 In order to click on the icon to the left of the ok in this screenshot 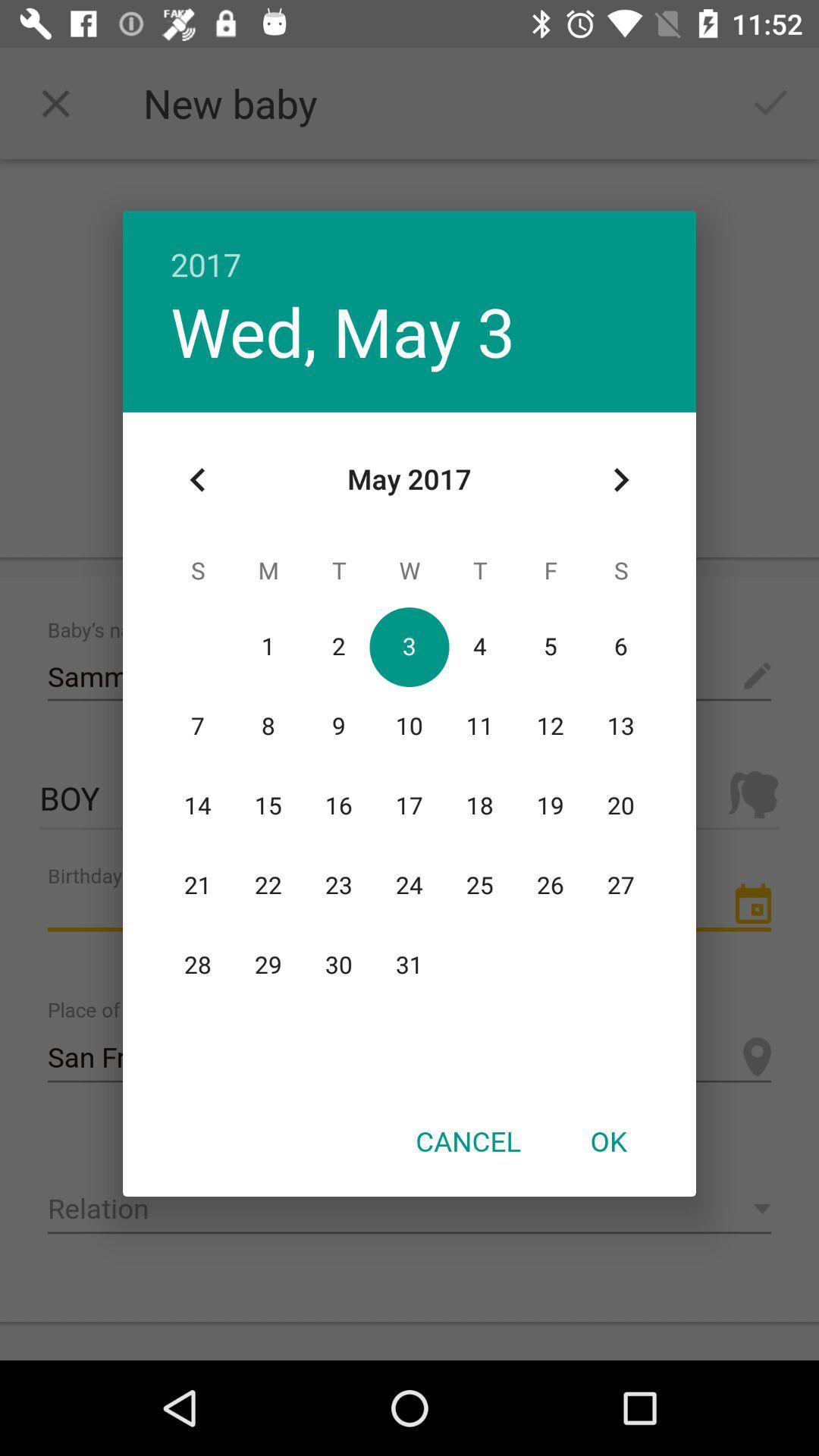, I will do `click(467, 1141)`.